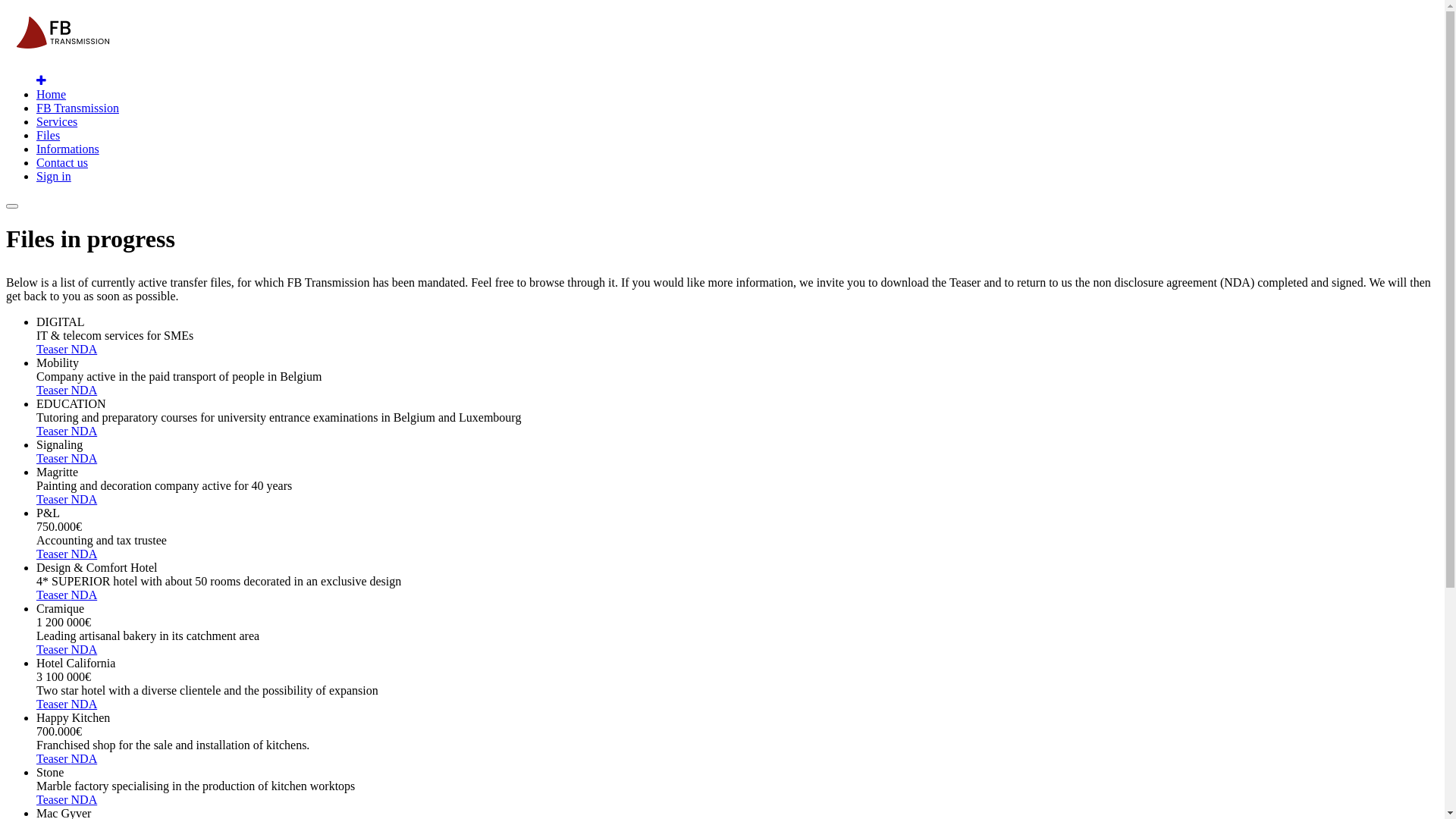  What do you see at coordinates (36, 389) in the screenshot?
I see `'Teaser'` at bounding box center [36, 389].